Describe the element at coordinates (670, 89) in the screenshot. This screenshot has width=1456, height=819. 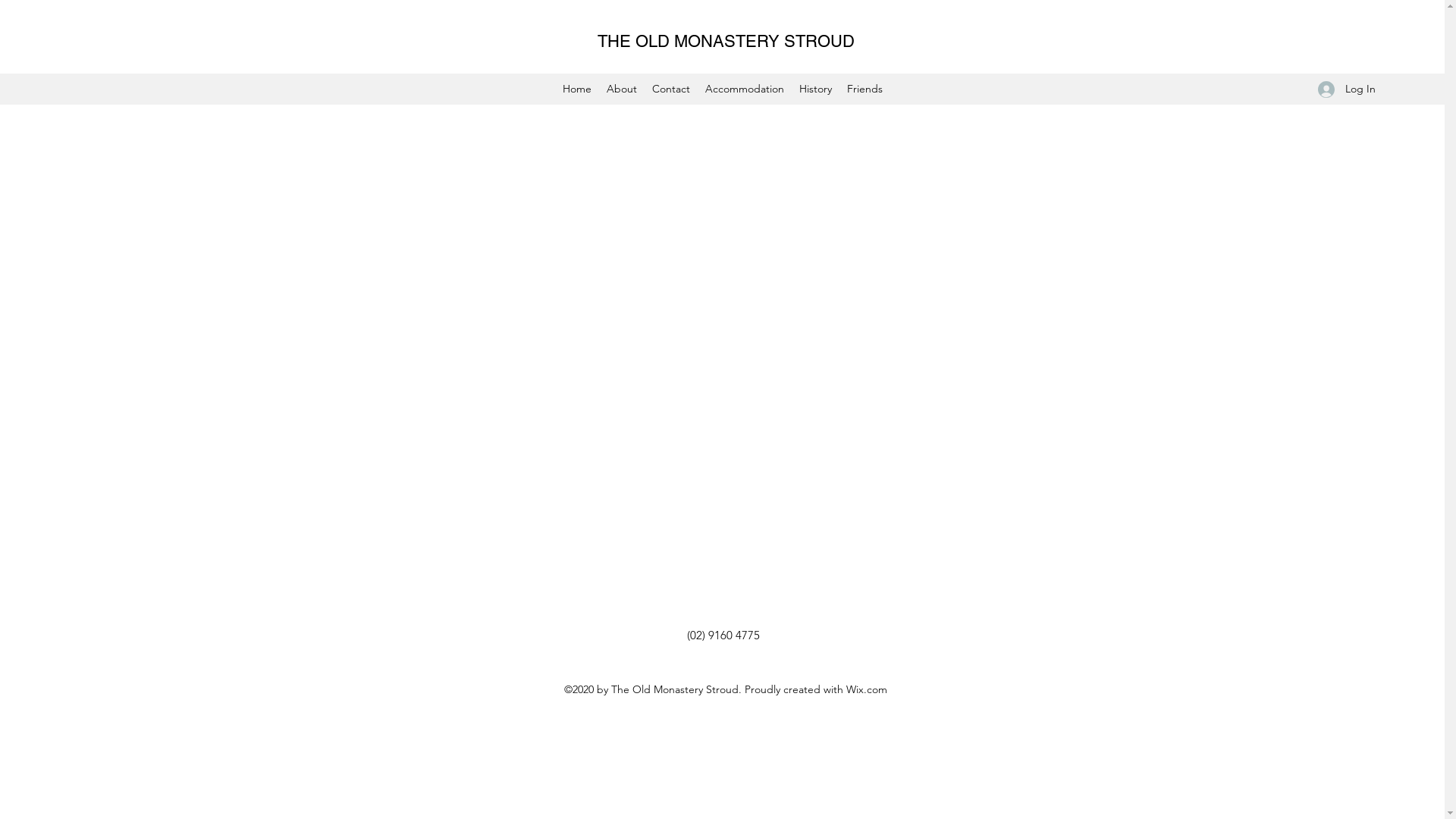
I see `'Contact'` at that location.